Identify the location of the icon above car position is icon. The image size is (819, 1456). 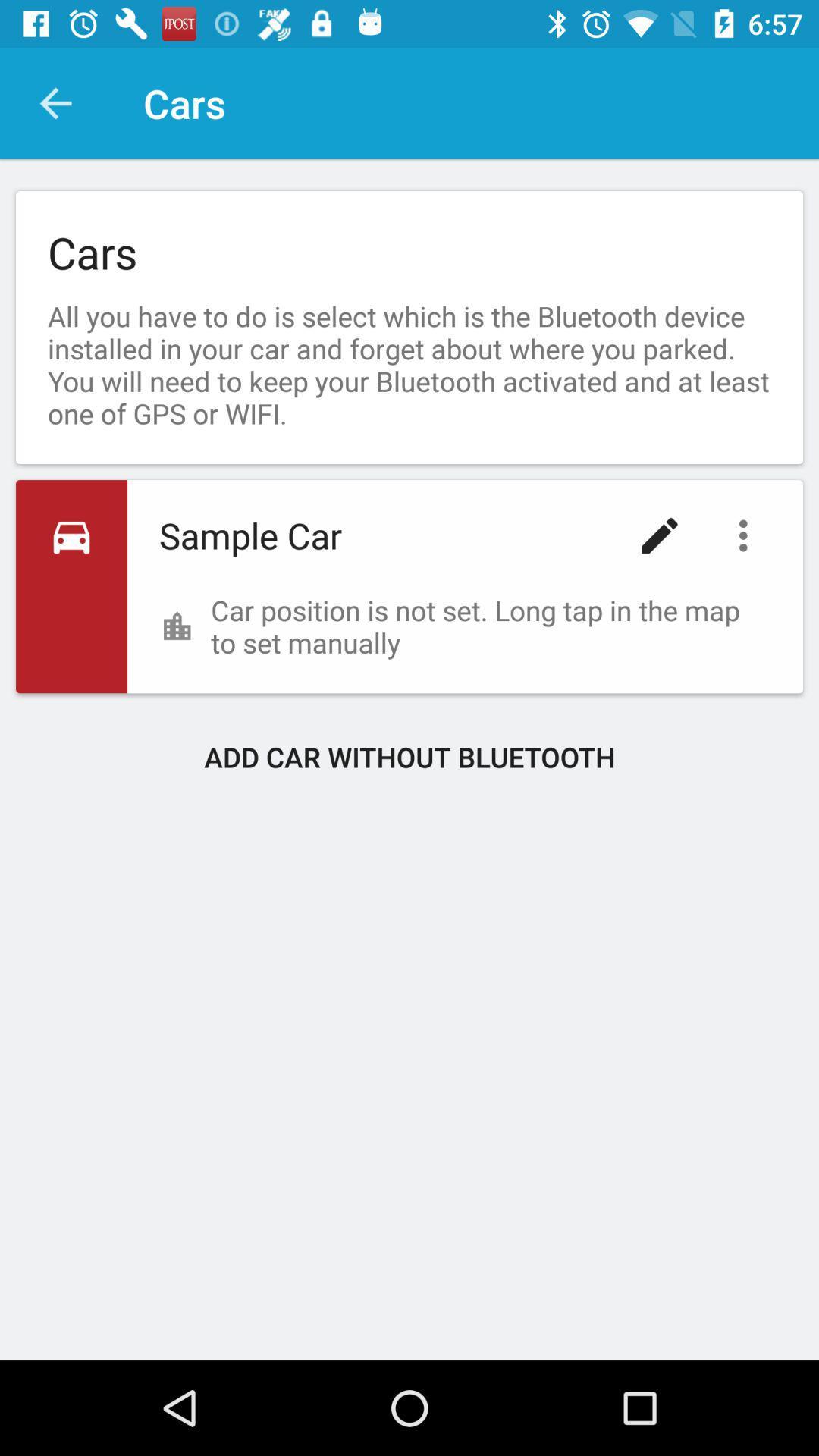
(746, 535).